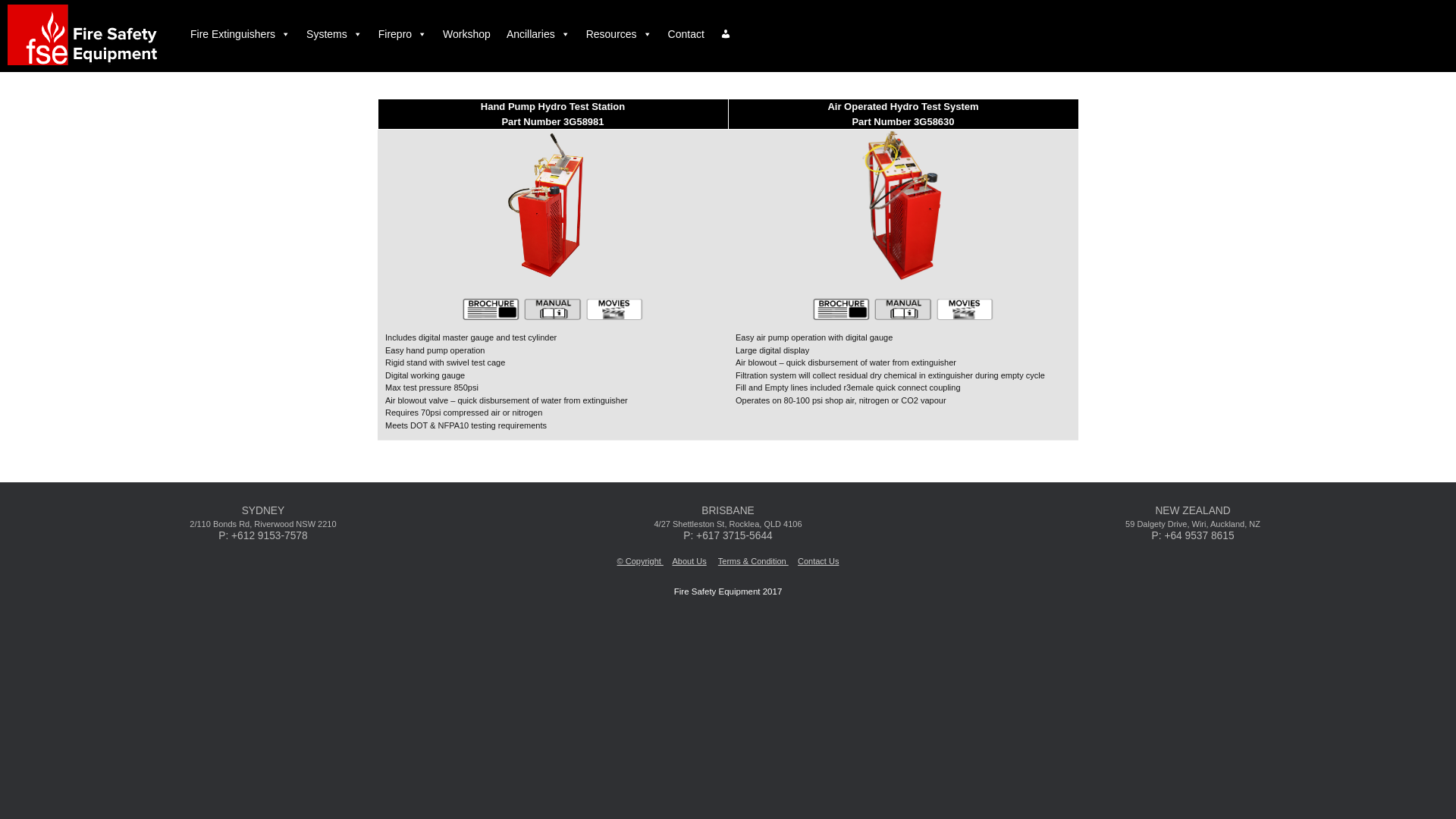 This screenshot has width=1456, height=819. What do you see at coordinates (817, 561) in the screenshot?
I see `'Contact Us'` at bounding box center [817, 561].